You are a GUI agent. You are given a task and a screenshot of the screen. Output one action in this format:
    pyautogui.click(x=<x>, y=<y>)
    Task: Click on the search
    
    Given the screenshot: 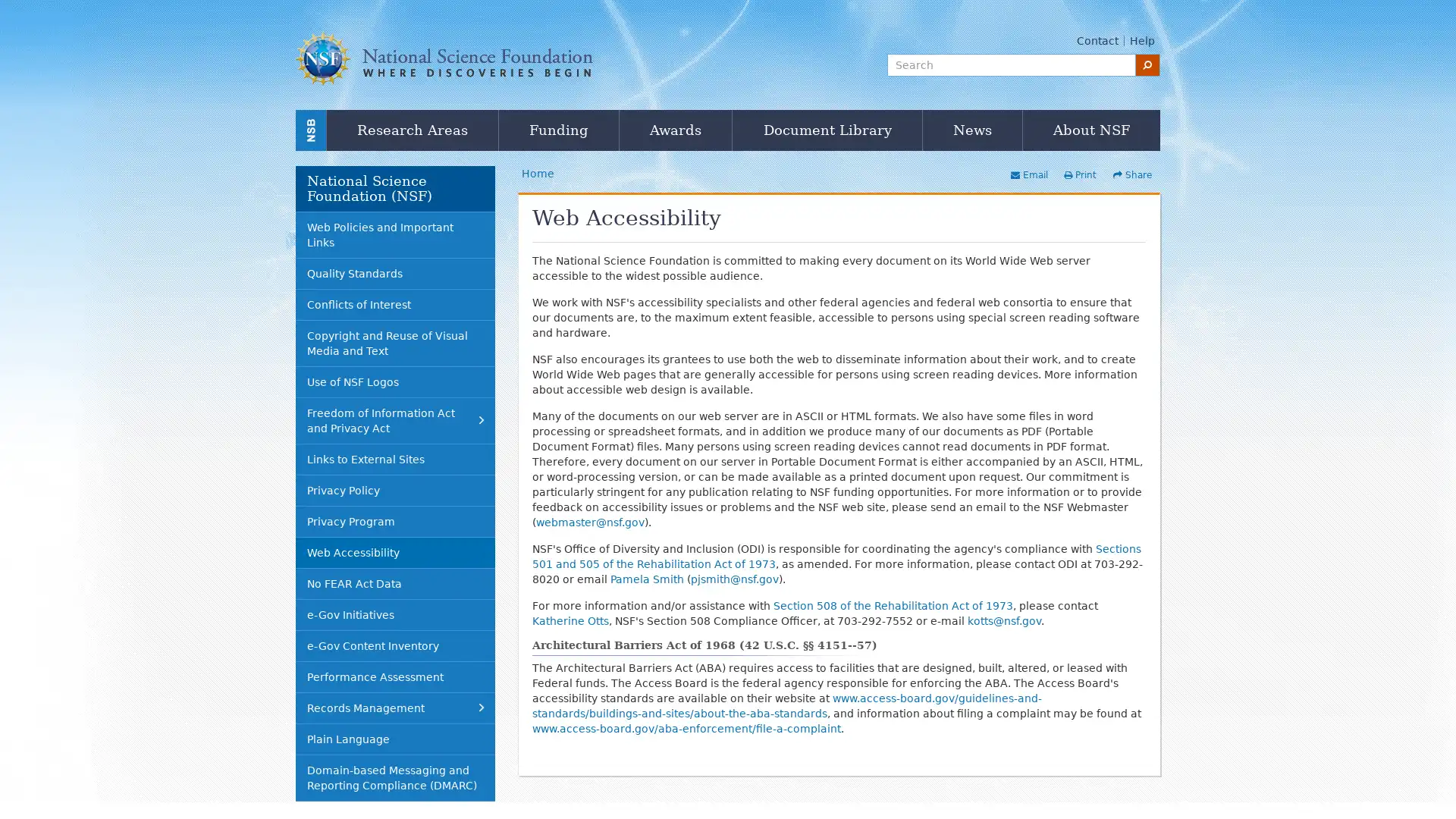 What is the action you would take?
    pyautogui.click(x=1147, y=64)
    